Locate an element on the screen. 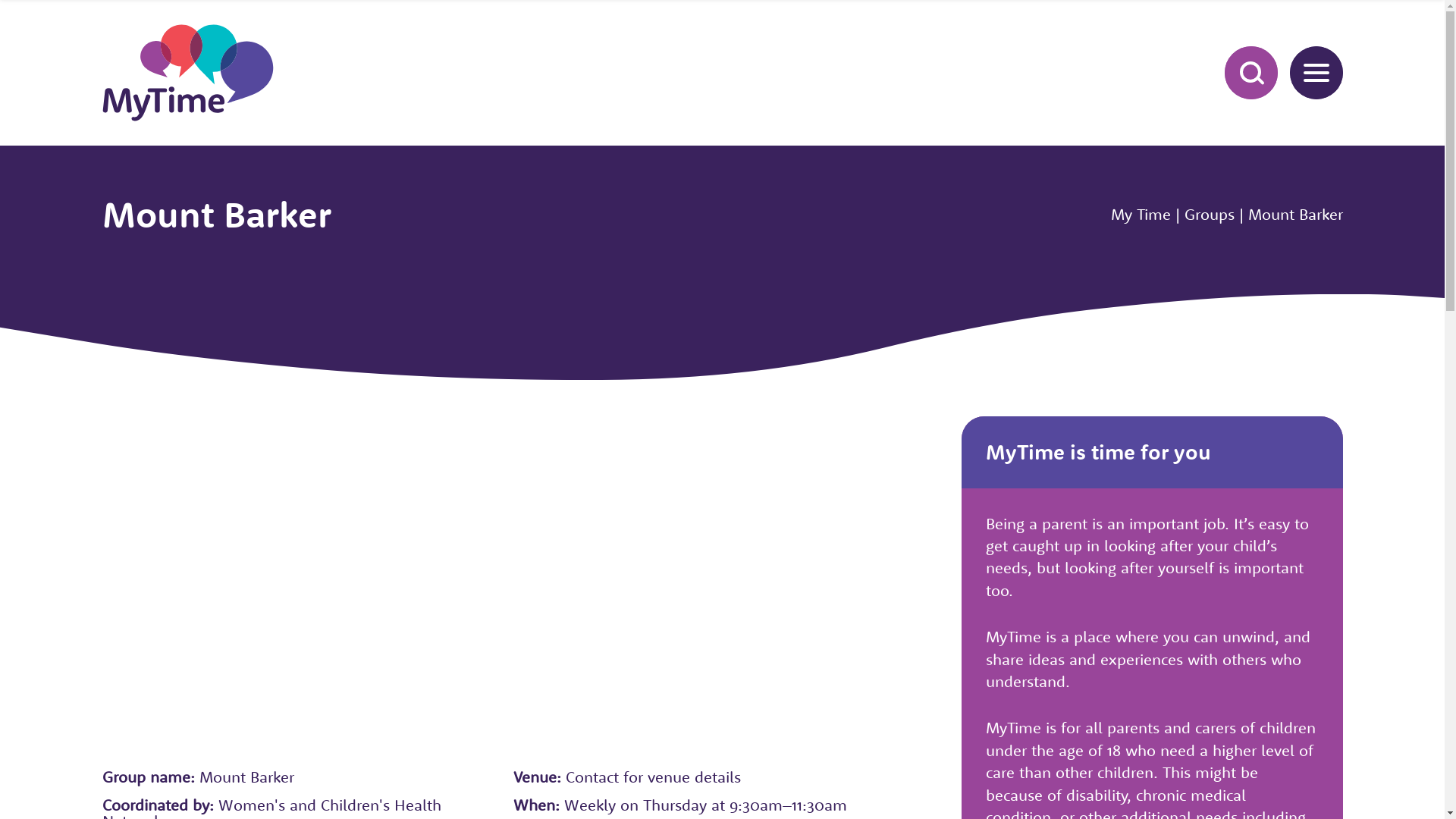  'Groups' is located at coordinates (1208, 213).